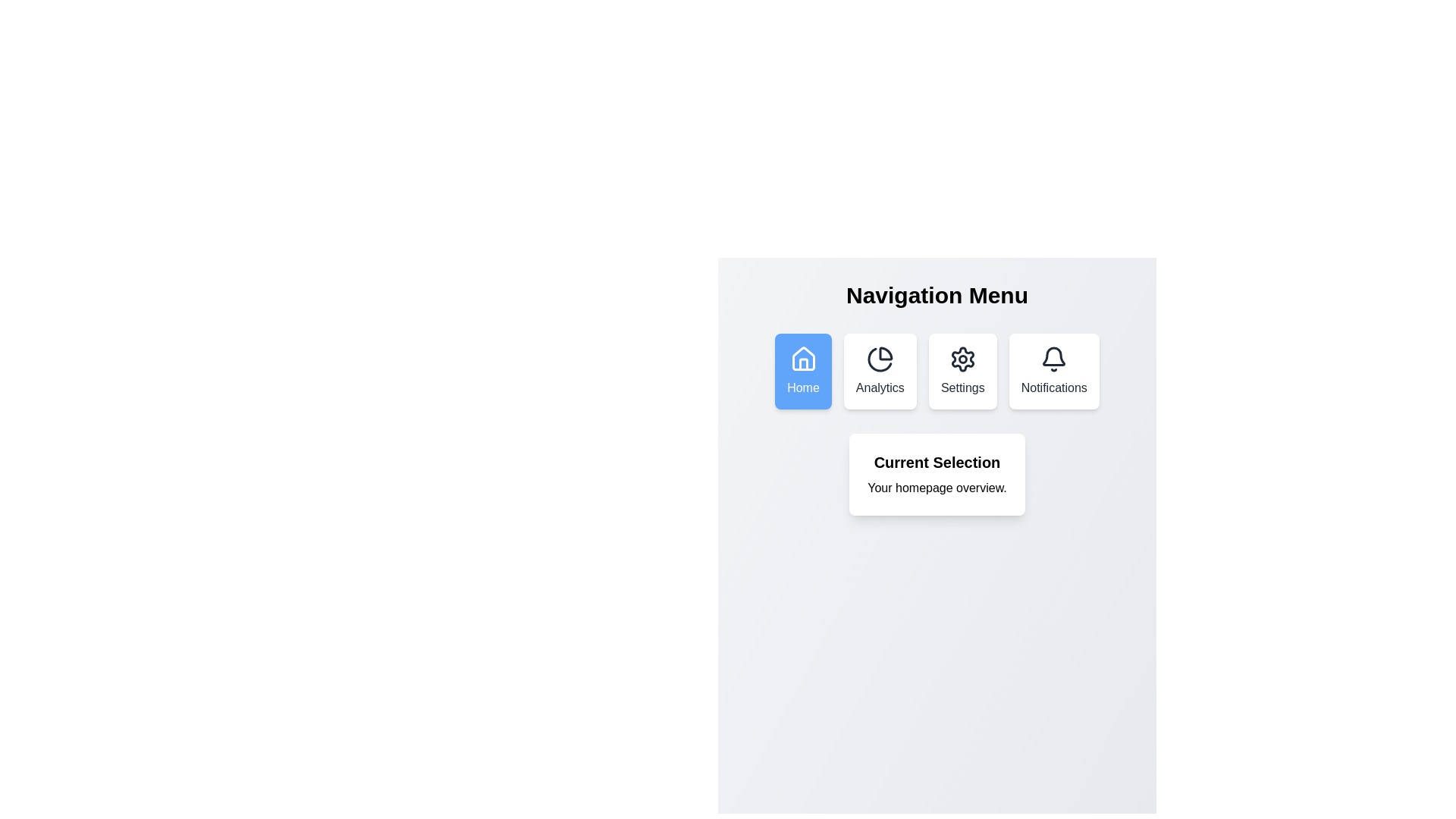 The width and height of the screenshot is (1456, 819). Describe the element at coordinates (802, 371) in the screenshot. I see `the menu item labeled Home to observe its hover effect` at that location.